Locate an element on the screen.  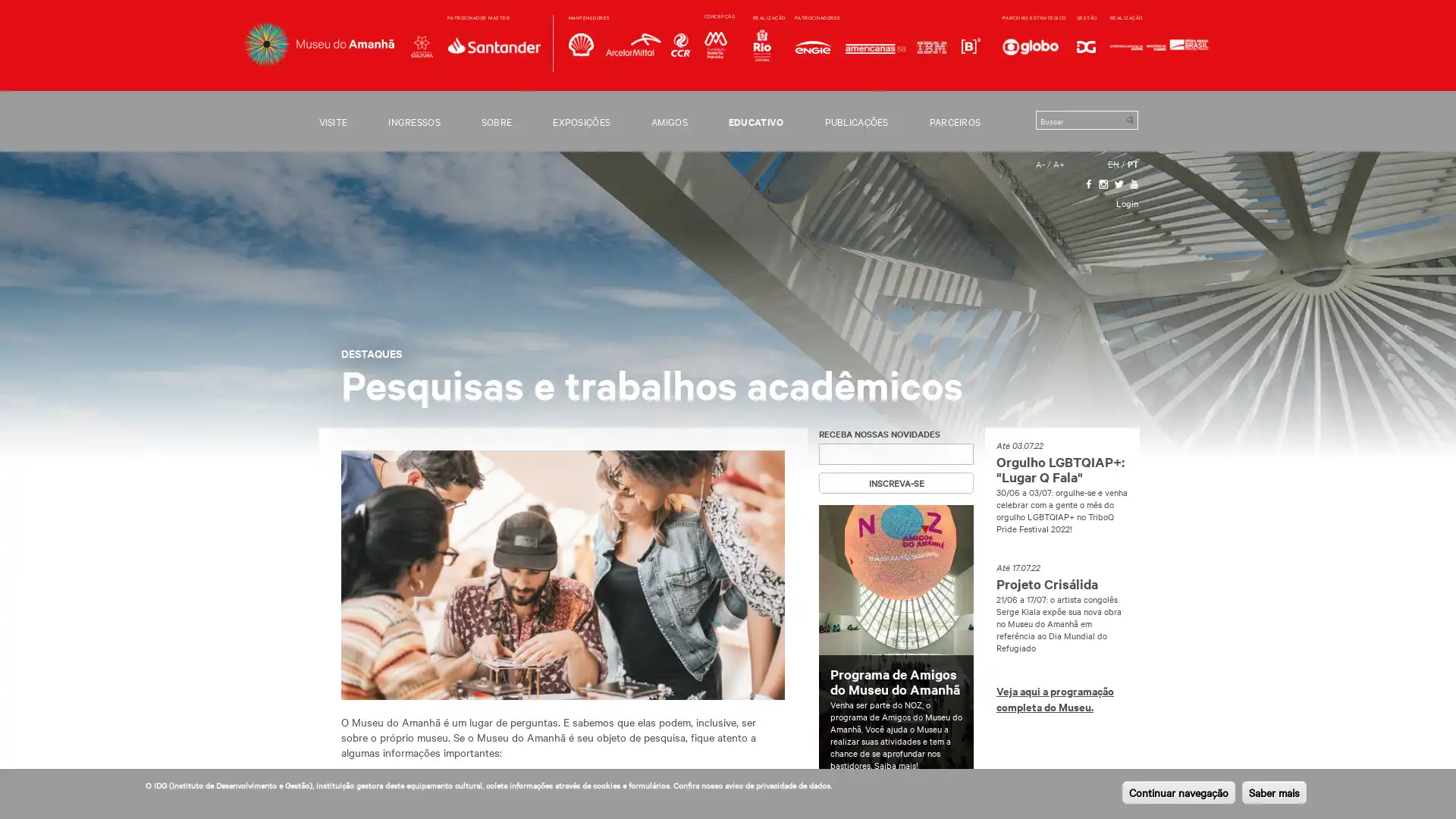
Submit is located at coordinates (1129, 119).